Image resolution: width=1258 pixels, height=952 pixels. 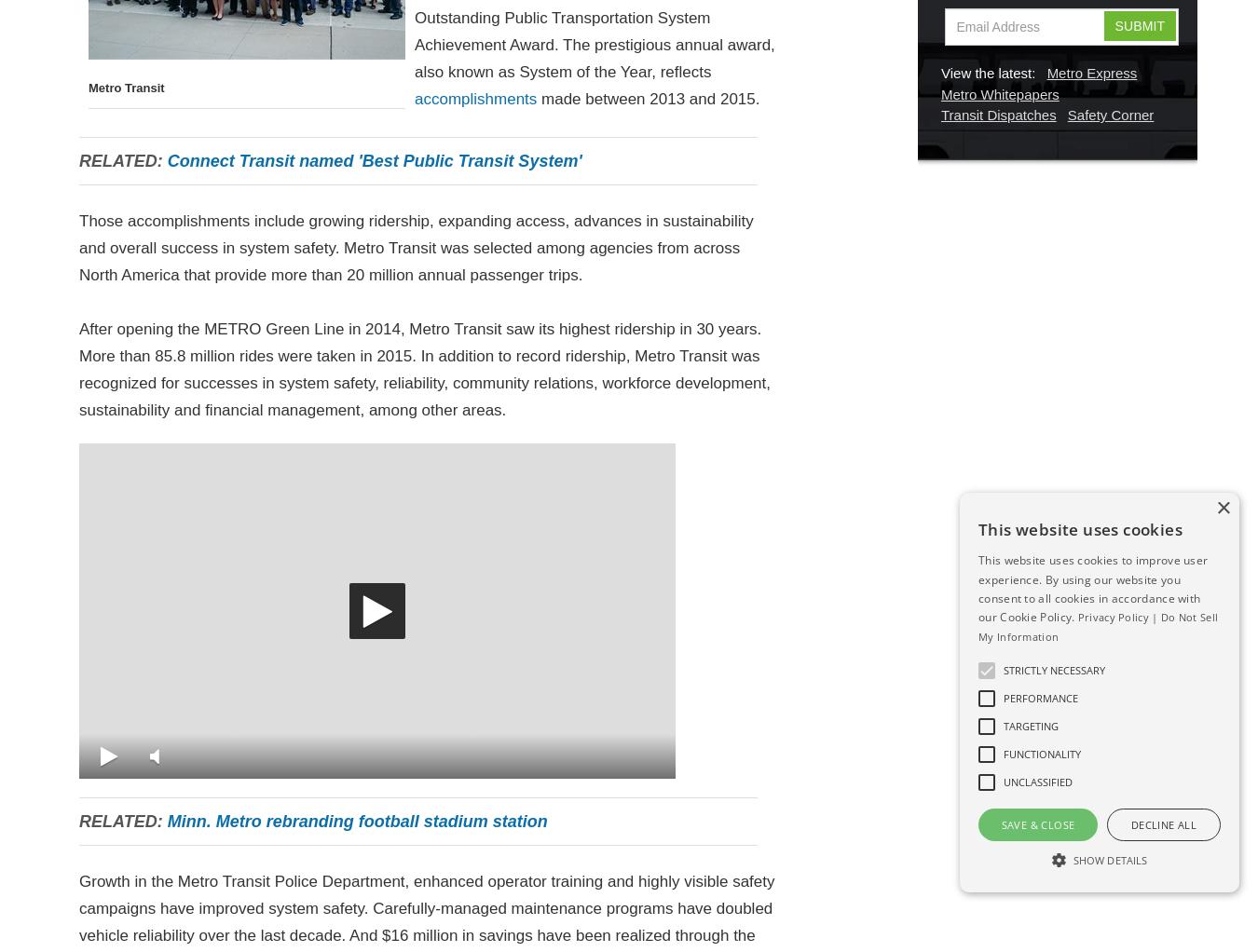 I want to click on 'Connect Transit named 'Best Public Transit System'', so click(x=374, y=159).